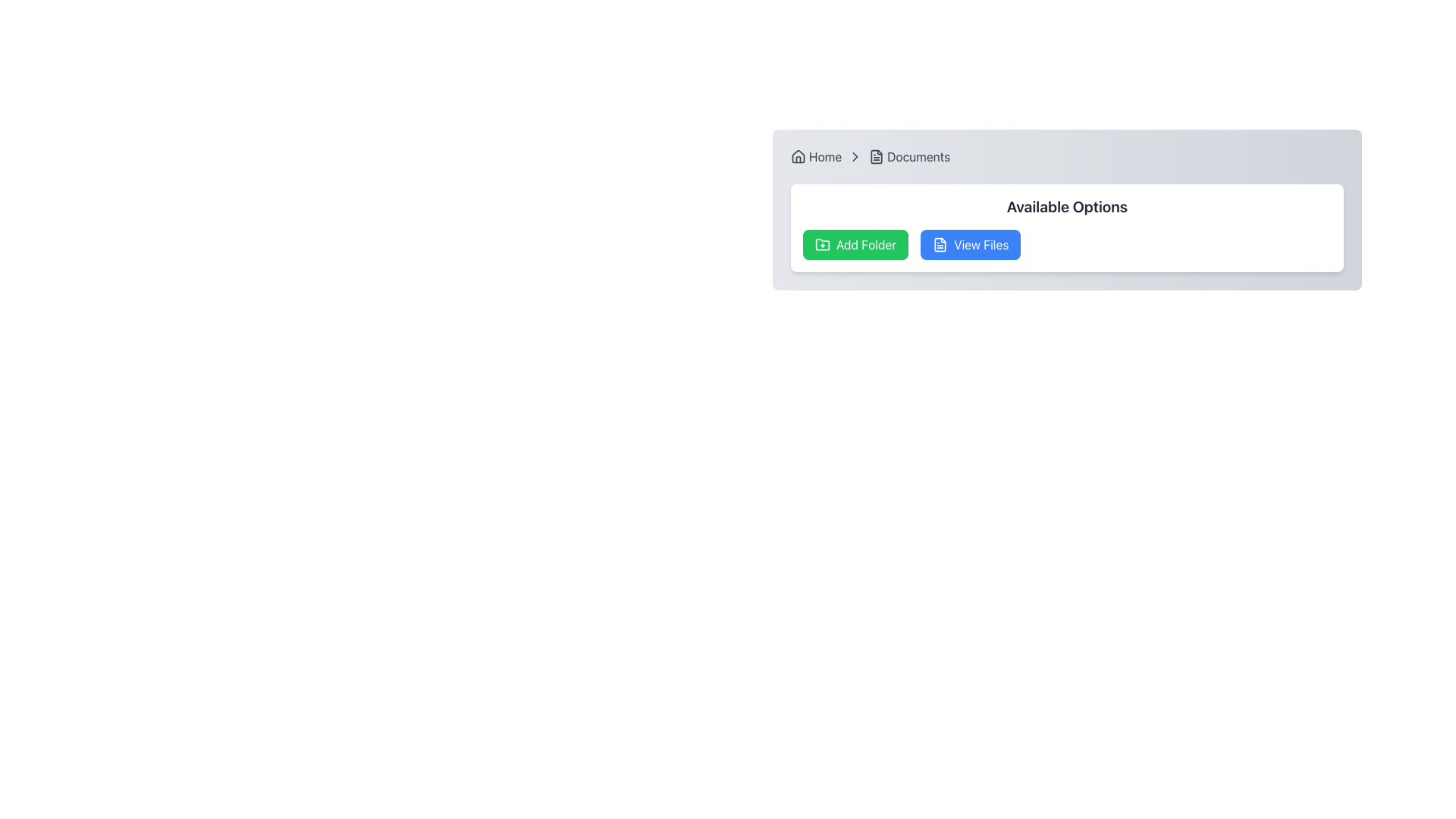 The width and height of the screenshot is (1456, 819). What do you see at coordinates (821, 243) in the screenshot?
I see `the green 'Add Folder' button which features a folder-shaped icon and is labeled 'Add Folder'` at bounding box center [821, 243].